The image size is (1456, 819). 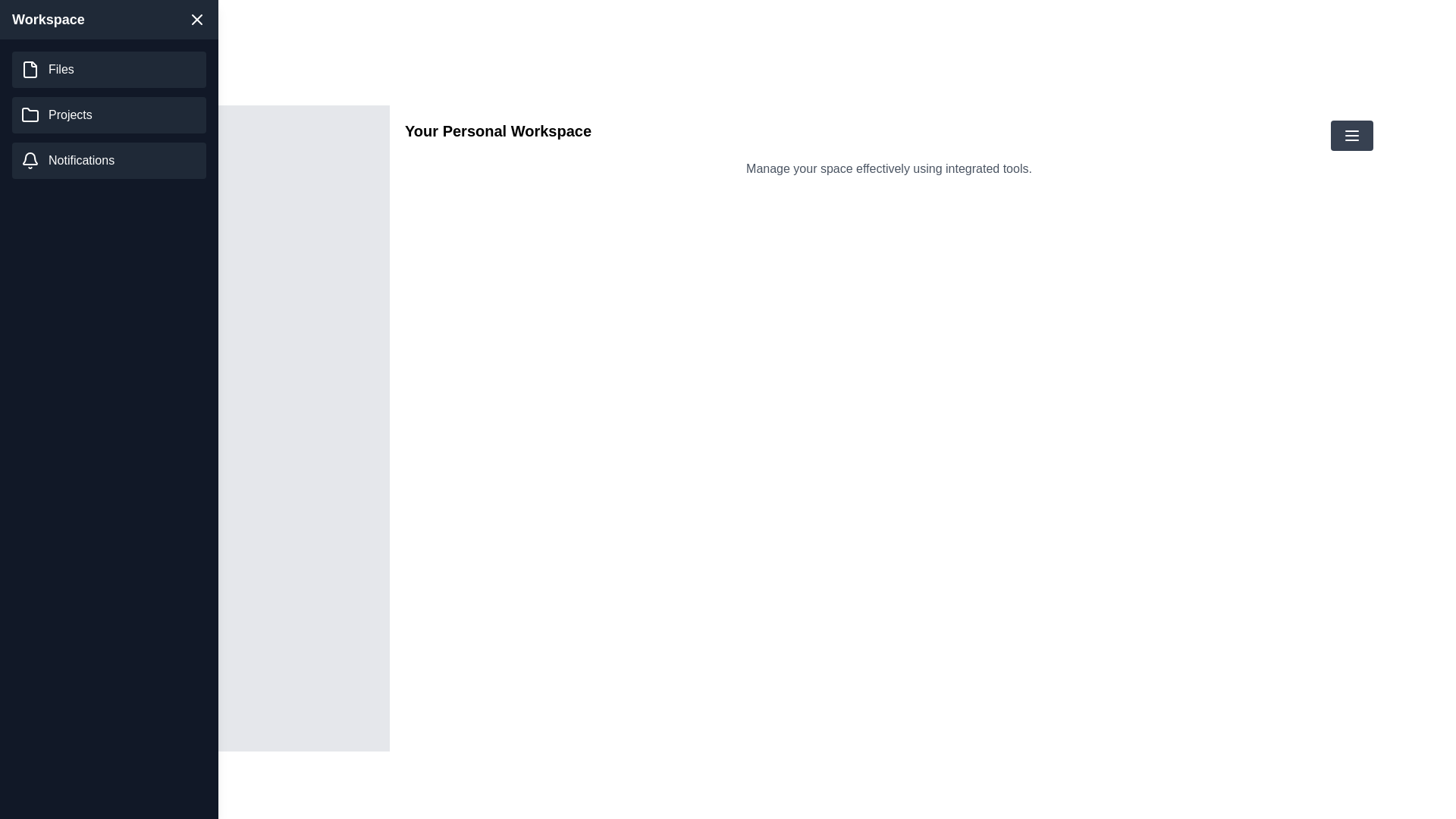 I want to click on the close button to hide the drawer, so click(x=196, y=20).